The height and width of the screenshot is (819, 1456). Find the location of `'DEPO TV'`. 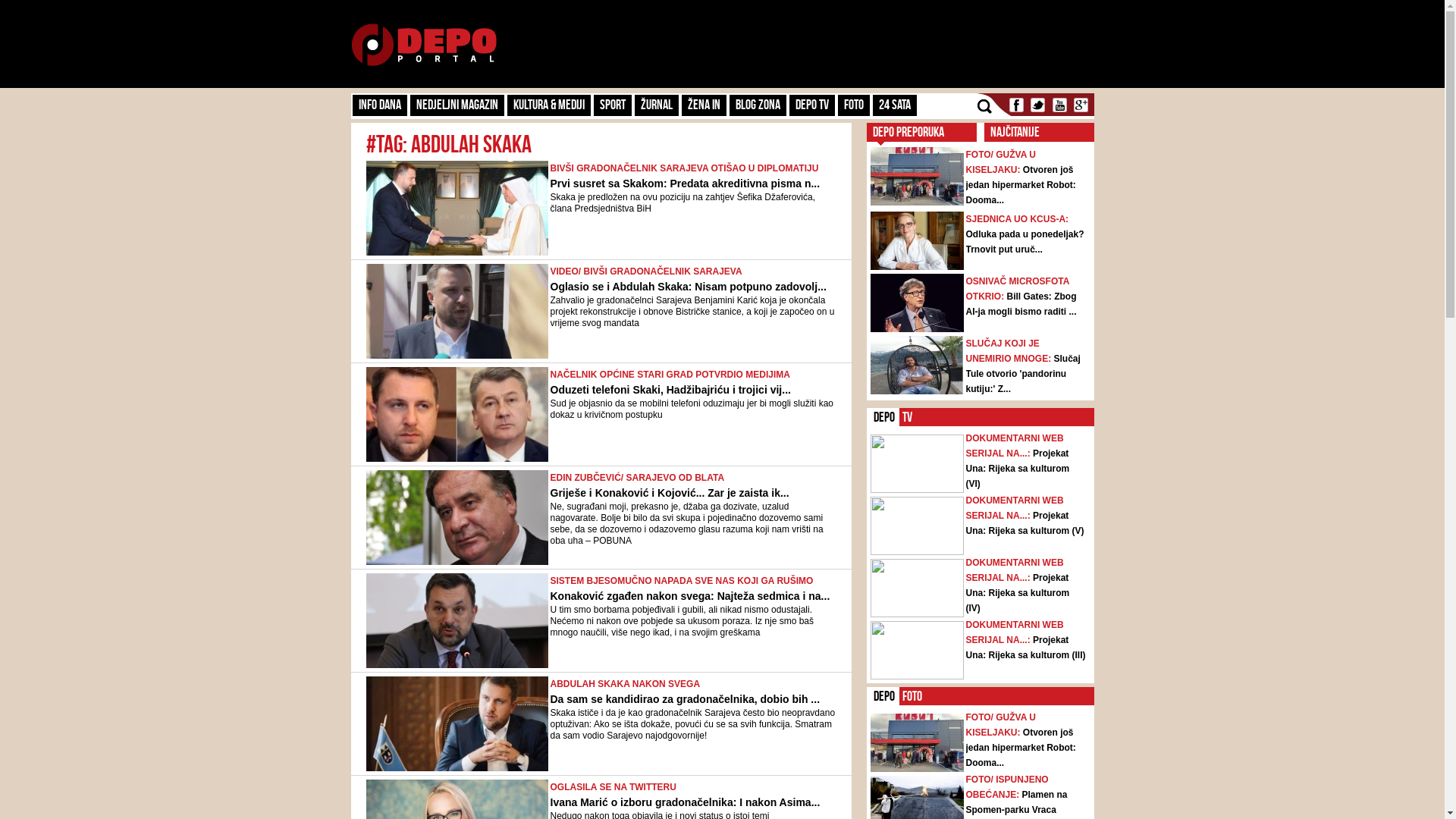

'DEPO TV' is located at coordinates (908, 417).